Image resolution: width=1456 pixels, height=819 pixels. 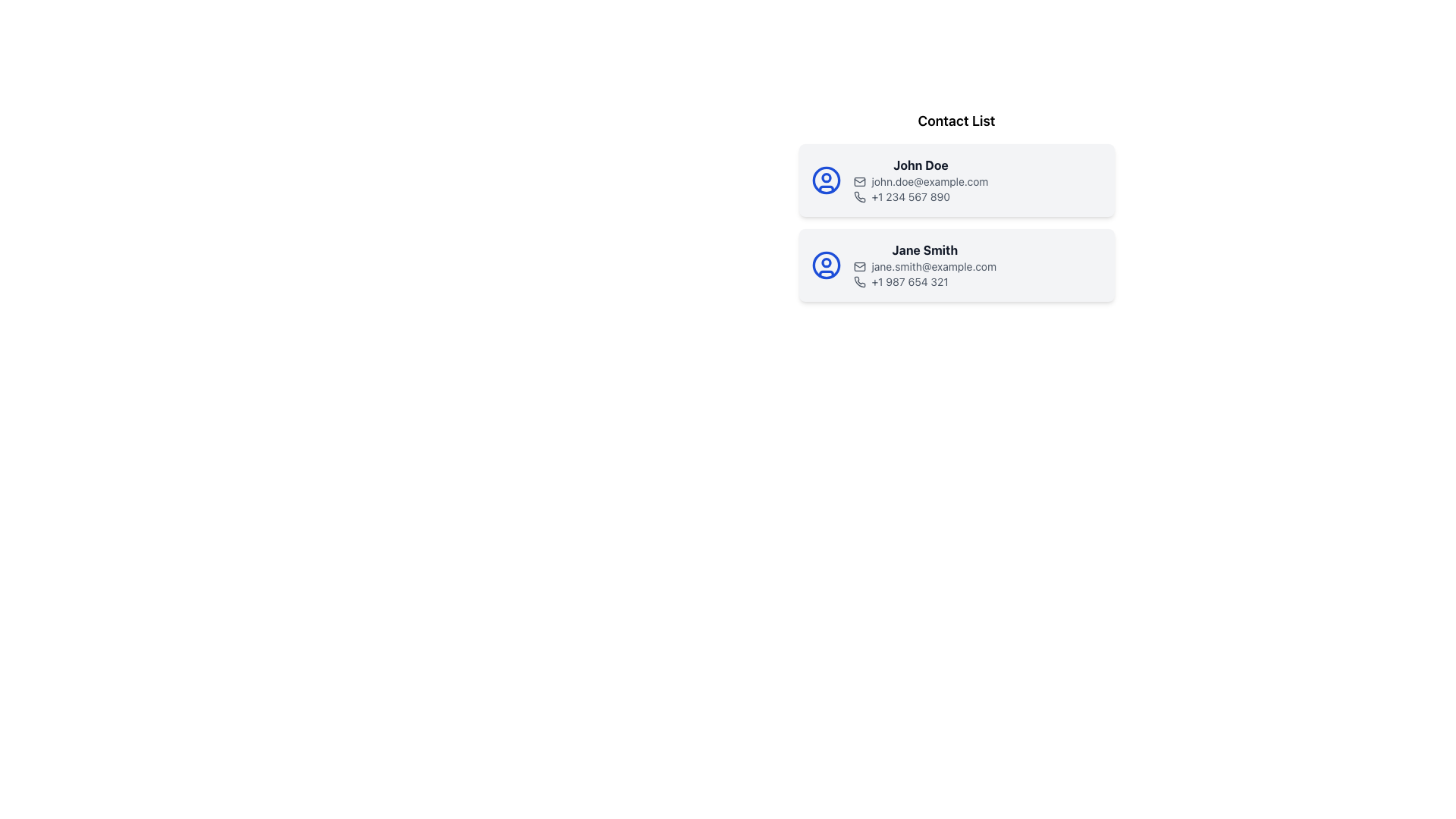 I want to click on the small rectangular shape with rounded edges that is part of the envelope icon representing email functionality, located beside John Doe in the contact list, so click(x=859, y=180).